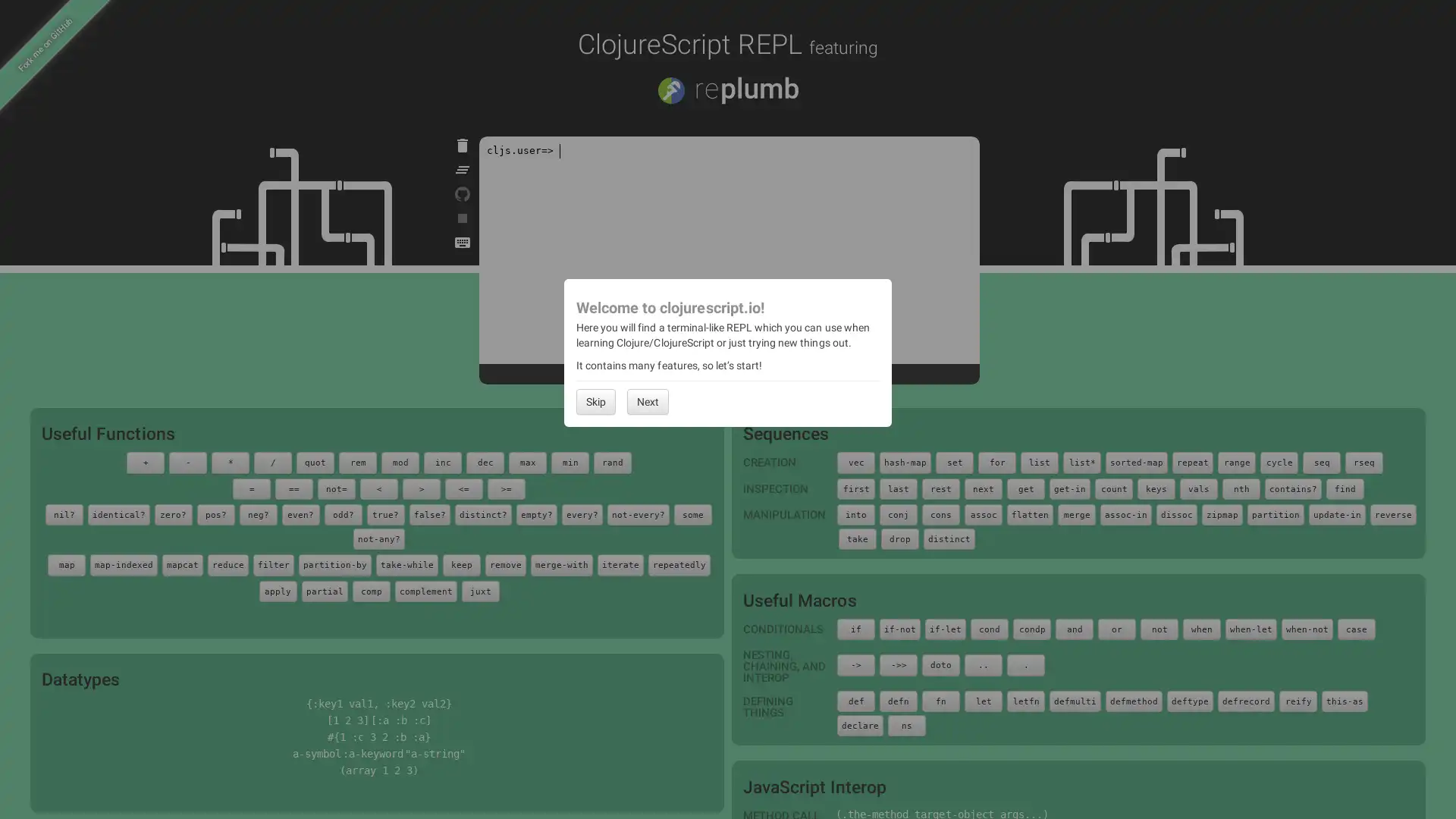  Describe the element at coordinates (899, 538) in the screenshot. I see `drop` at that location.